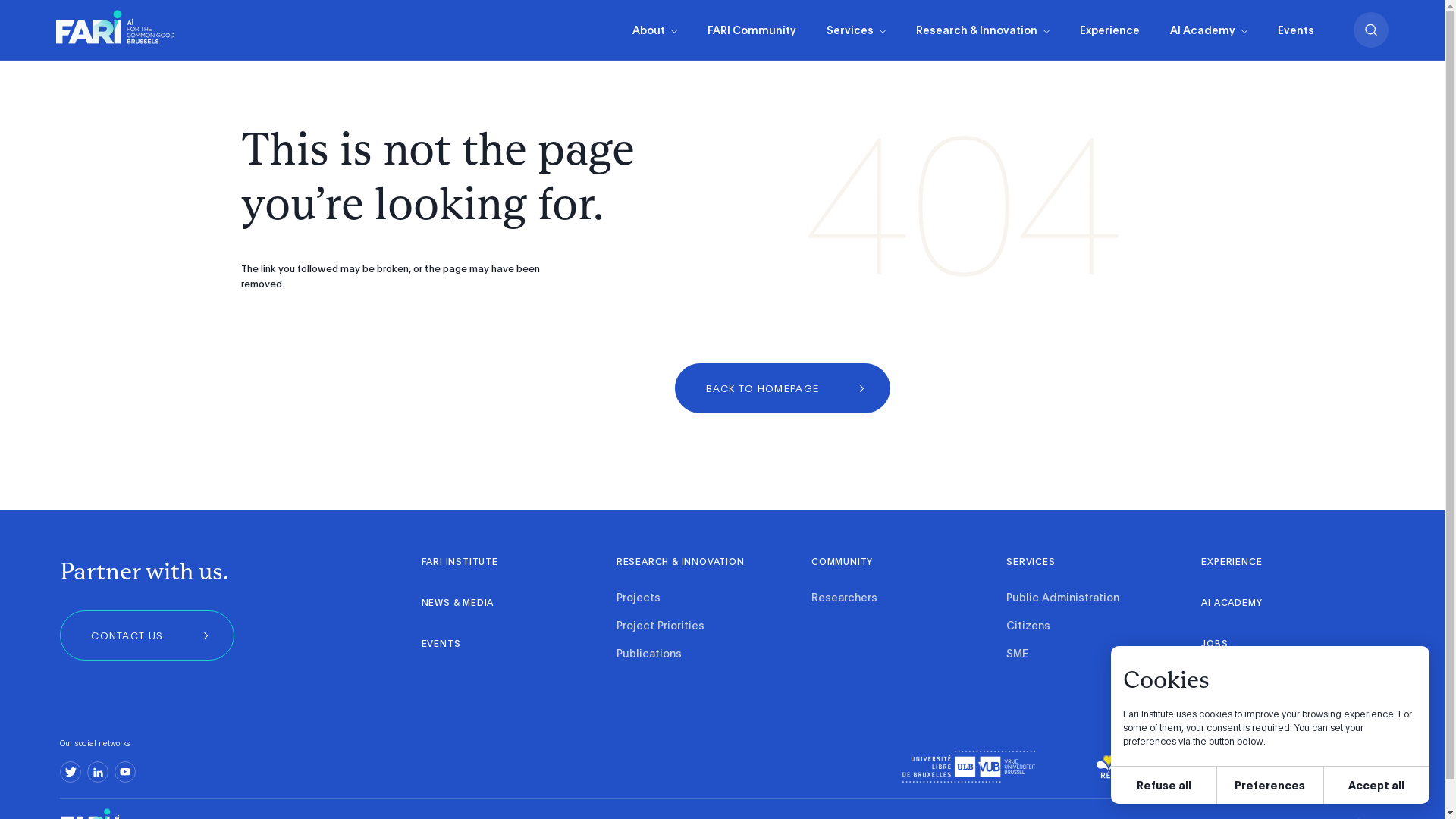 This screenshot has width=1456, height=819. Describe the element at coordinates (1006, 654) in the screenshot. I see `'SME'` at that location.